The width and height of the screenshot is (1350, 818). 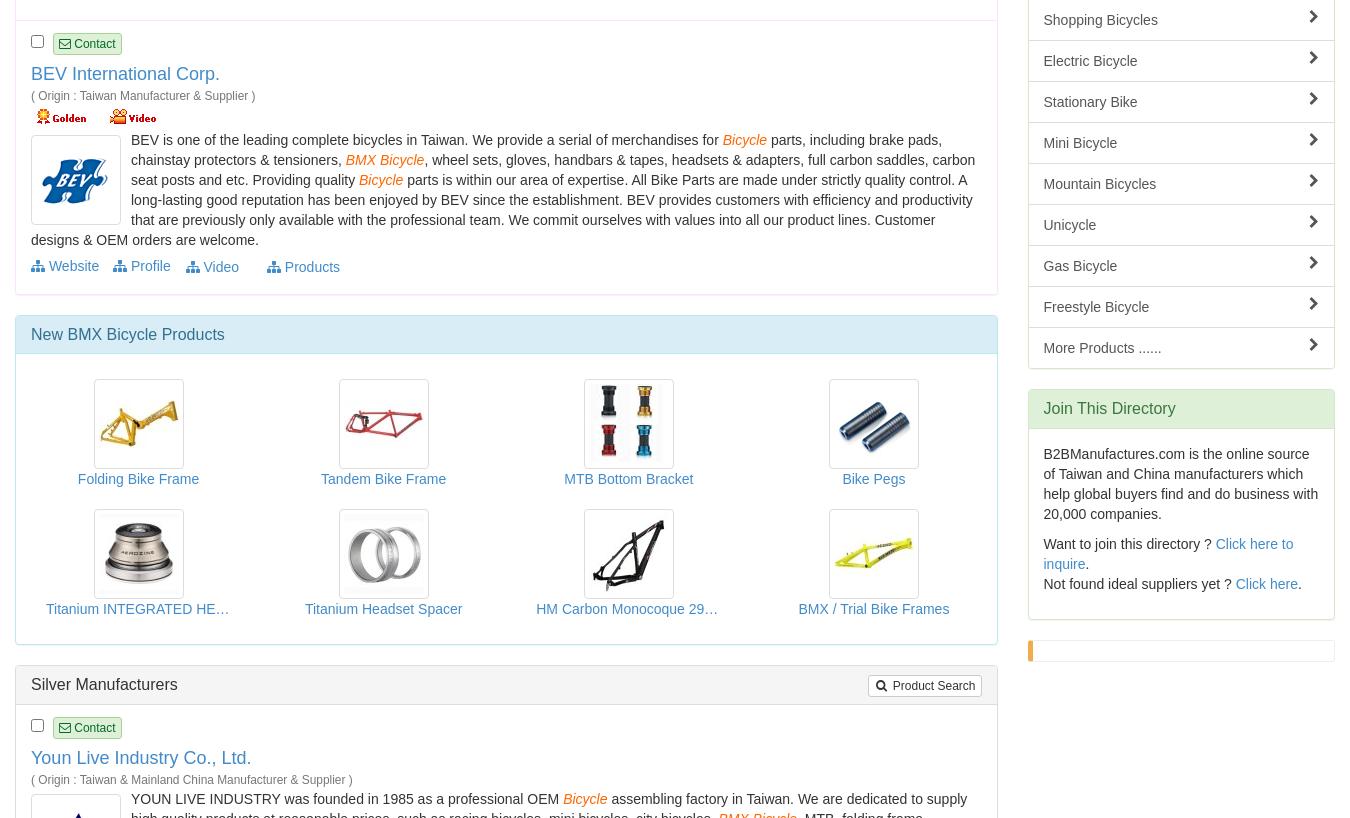 What do you see at coordinates (628, 479) in the screenshot?
I see `'MTB Bottom Bracket'` at bounding box center [628, 479].